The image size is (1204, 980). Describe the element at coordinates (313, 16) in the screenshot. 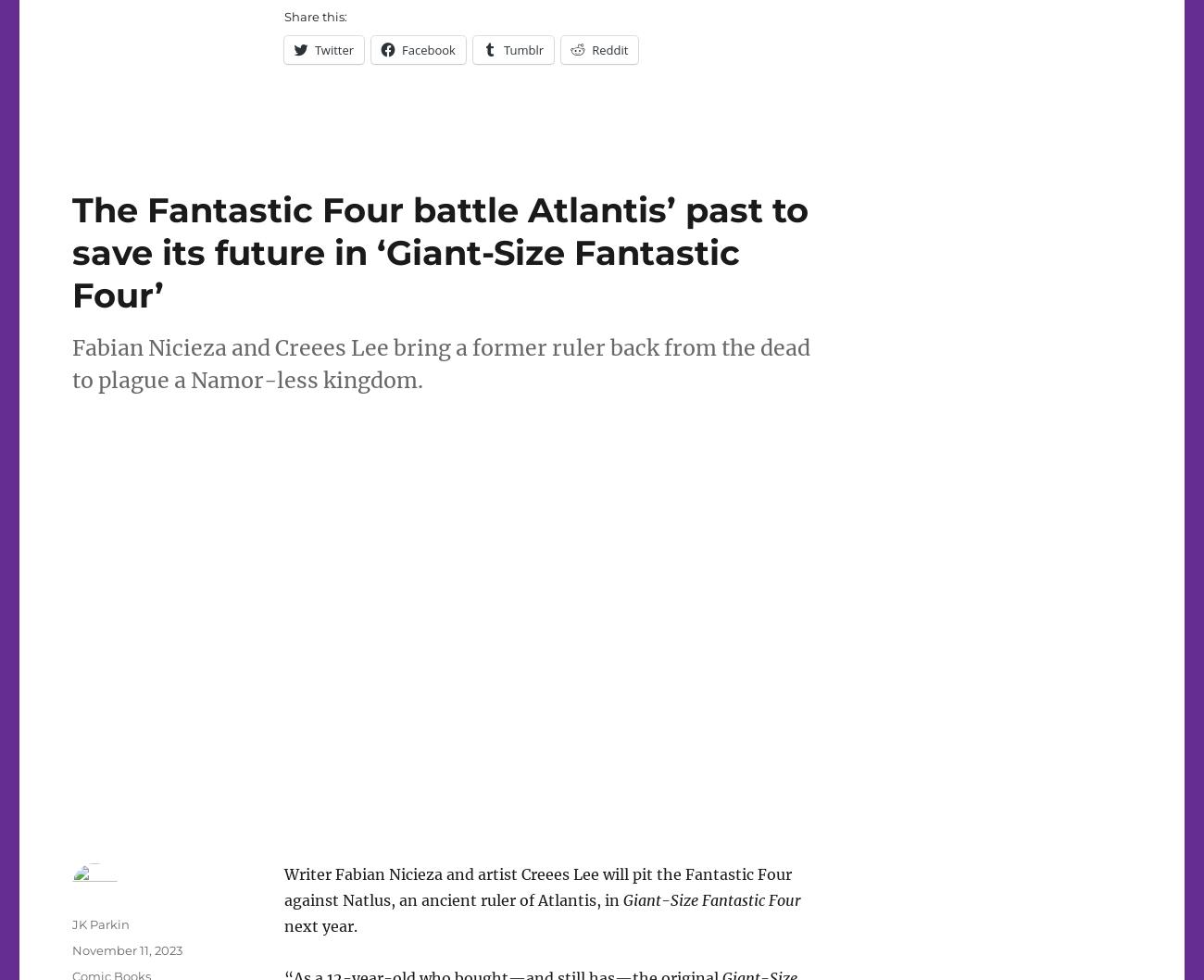

I see `'Share this:'` at that location.